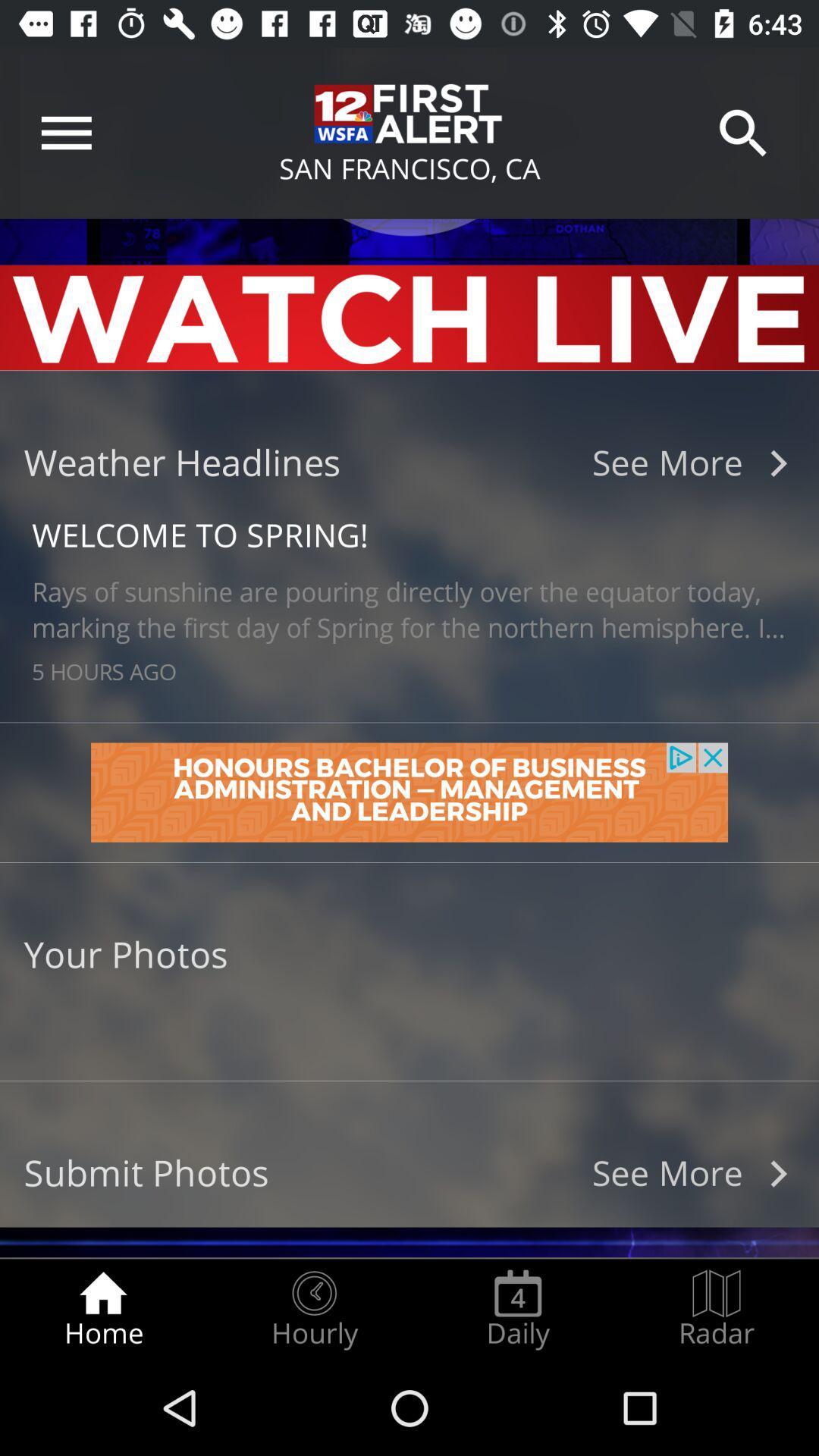 The image size is (819, 1456). Describe the element at coordinates (313, 1309) in the screenshot. I see `item to the left of daily icon` at that location.